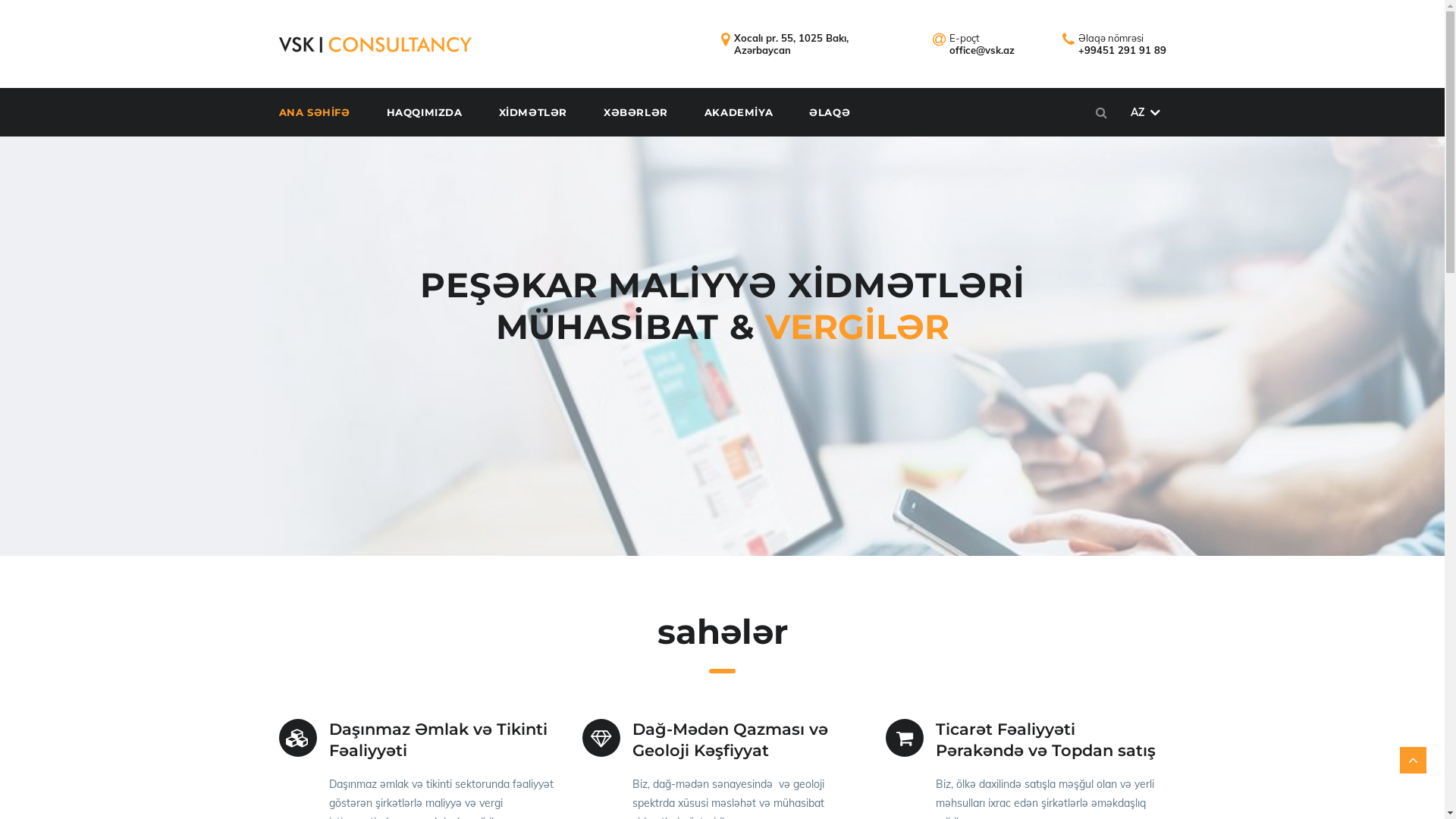 The height and width of the screenshot is (819, 1456). I want to click on '+99451 291 91 89', so click(1122, 49).